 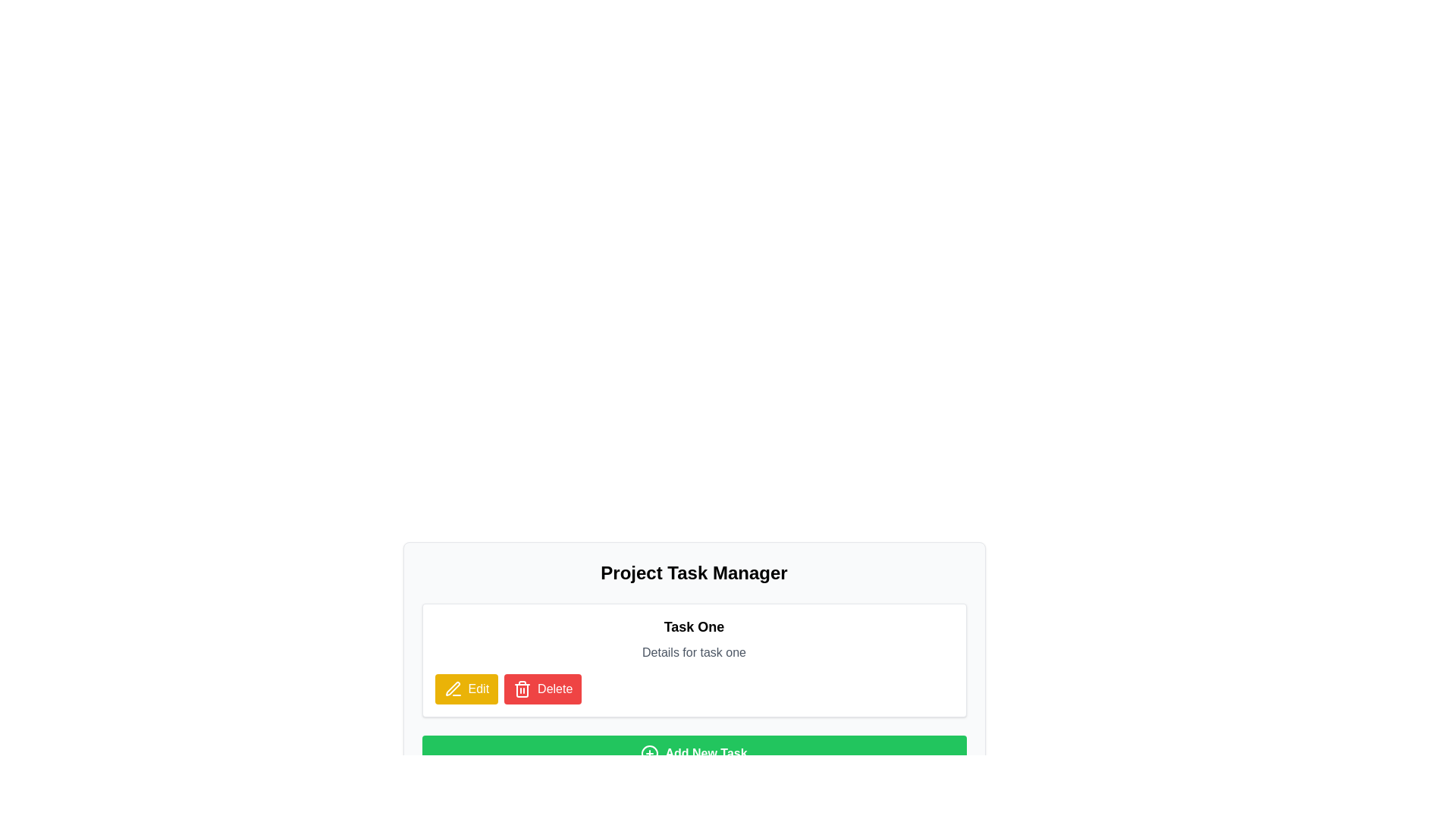 I want to click on the outer circle of the 'plus inside a circle' icon, which is adjacent to the 'Add New Task' button, so click(x=650, y=754).